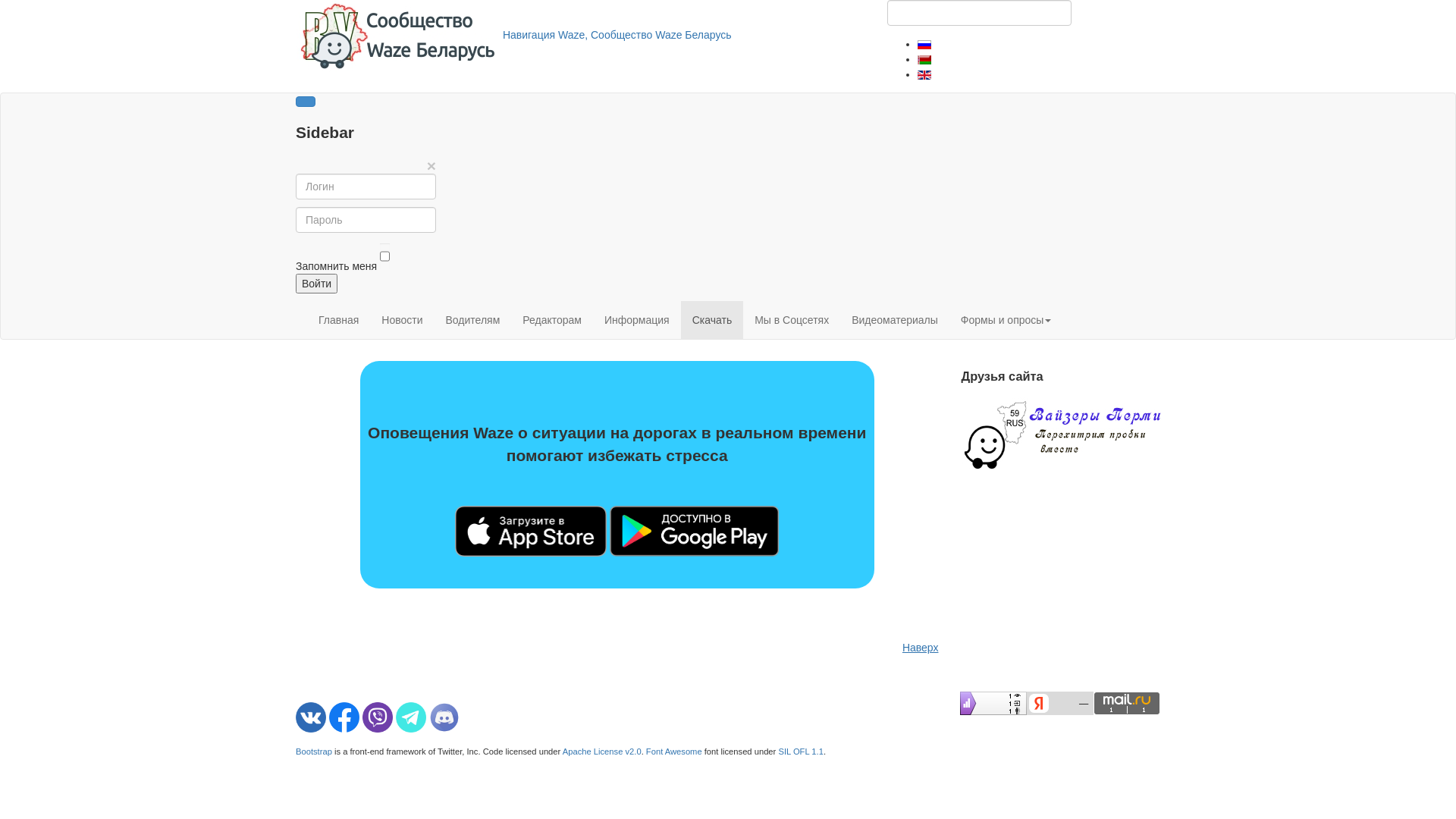 The width and height of the screenshot is (1456, 819). I want to click on 'English (United Kingdom)', so click(924, 75).